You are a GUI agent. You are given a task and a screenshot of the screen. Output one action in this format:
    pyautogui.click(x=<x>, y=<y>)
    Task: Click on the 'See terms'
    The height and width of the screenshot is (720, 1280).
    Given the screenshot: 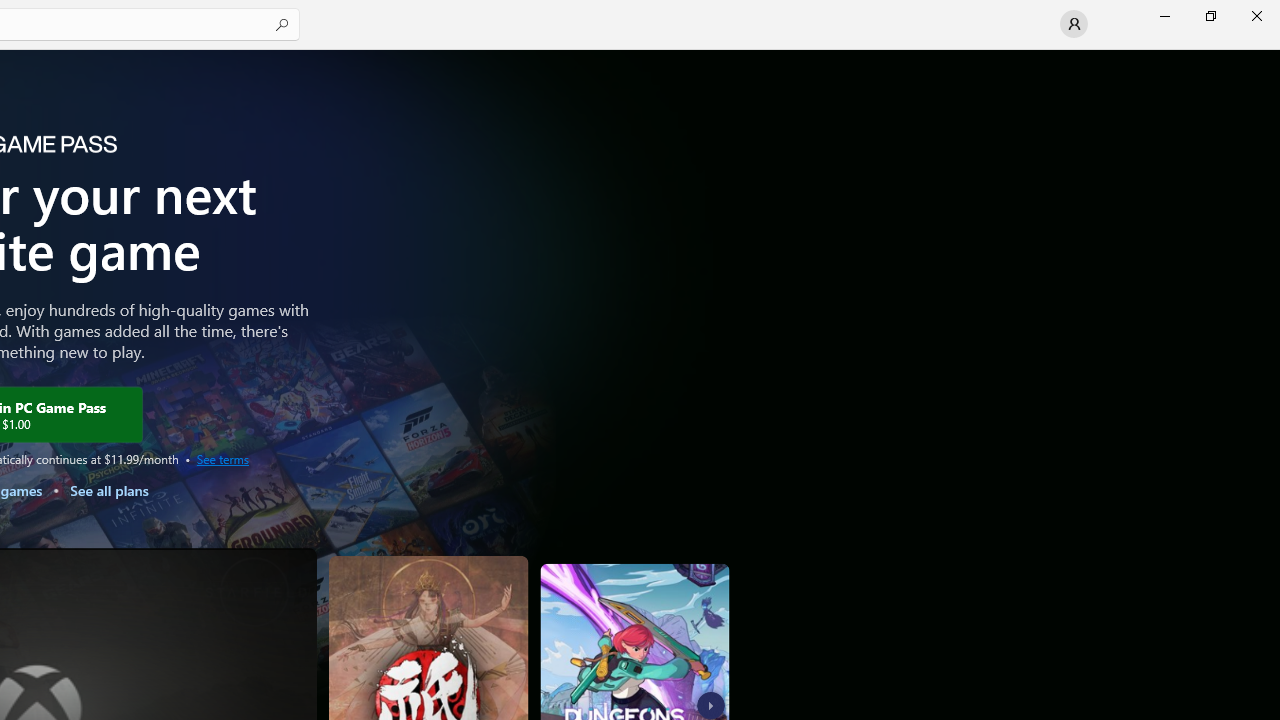 What is the action you would take?
    pyautogui.click(x=222, y=458)
    